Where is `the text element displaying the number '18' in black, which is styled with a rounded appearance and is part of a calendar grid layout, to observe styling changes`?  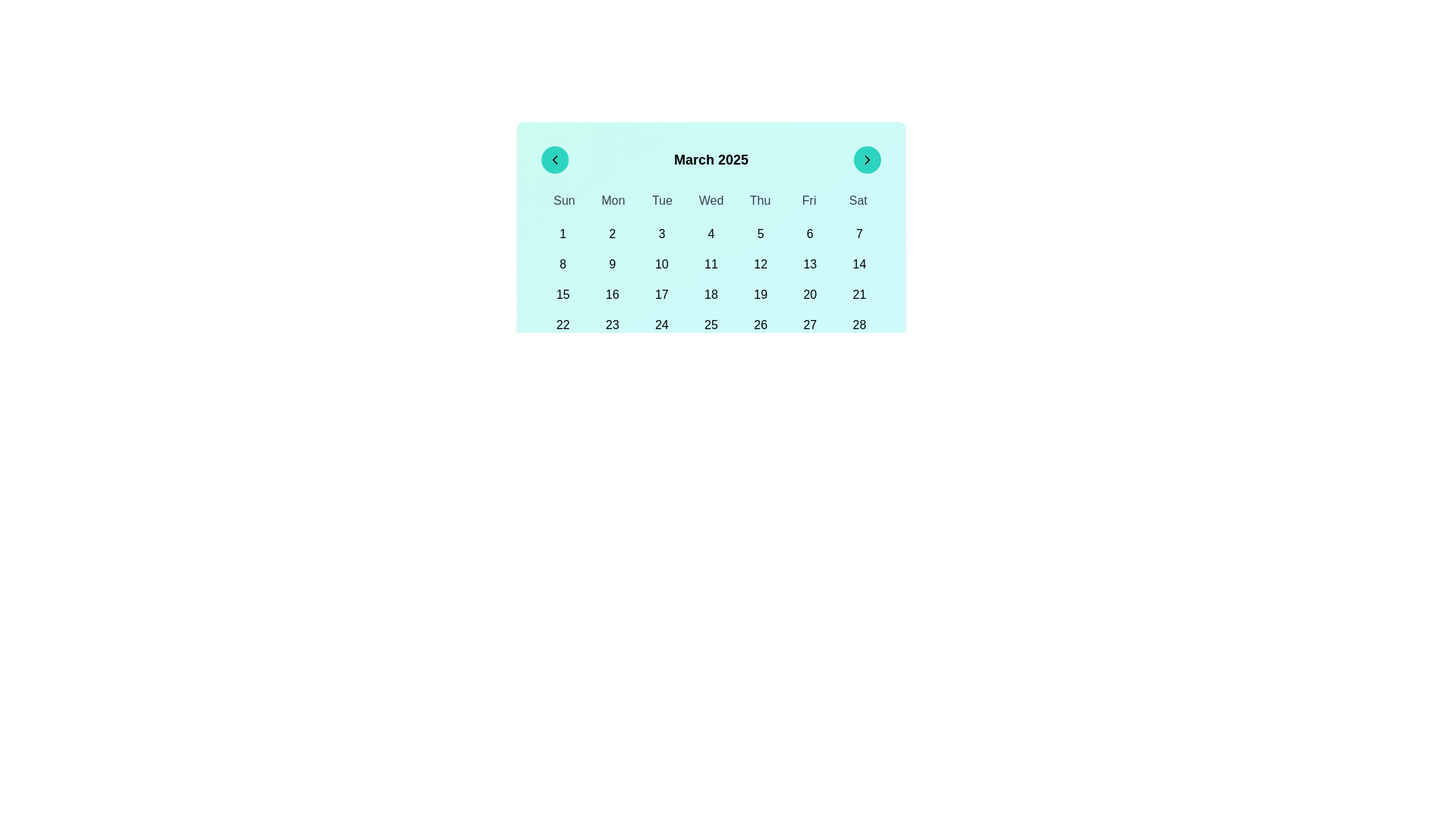 the text element displaying the number '18' in black, which is styled with a rounded appearance and is part of a calendar grid layout, to observe styling changes is located at coordinates (710, 295).